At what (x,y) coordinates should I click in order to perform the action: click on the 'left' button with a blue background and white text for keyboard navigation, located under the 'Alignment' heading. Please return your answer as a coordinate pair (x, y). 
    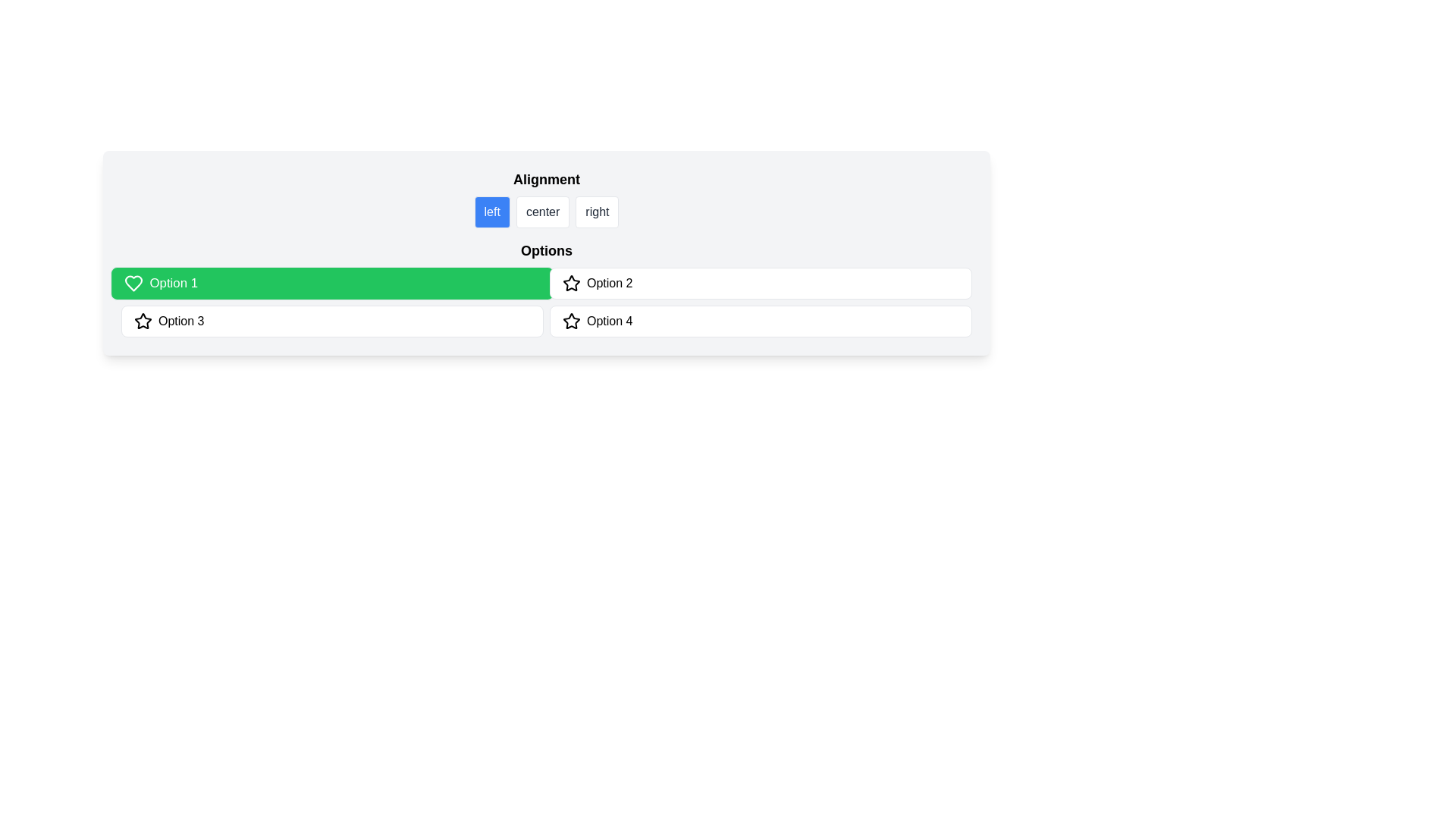
    Looking at the image, I should click on (492, 212).